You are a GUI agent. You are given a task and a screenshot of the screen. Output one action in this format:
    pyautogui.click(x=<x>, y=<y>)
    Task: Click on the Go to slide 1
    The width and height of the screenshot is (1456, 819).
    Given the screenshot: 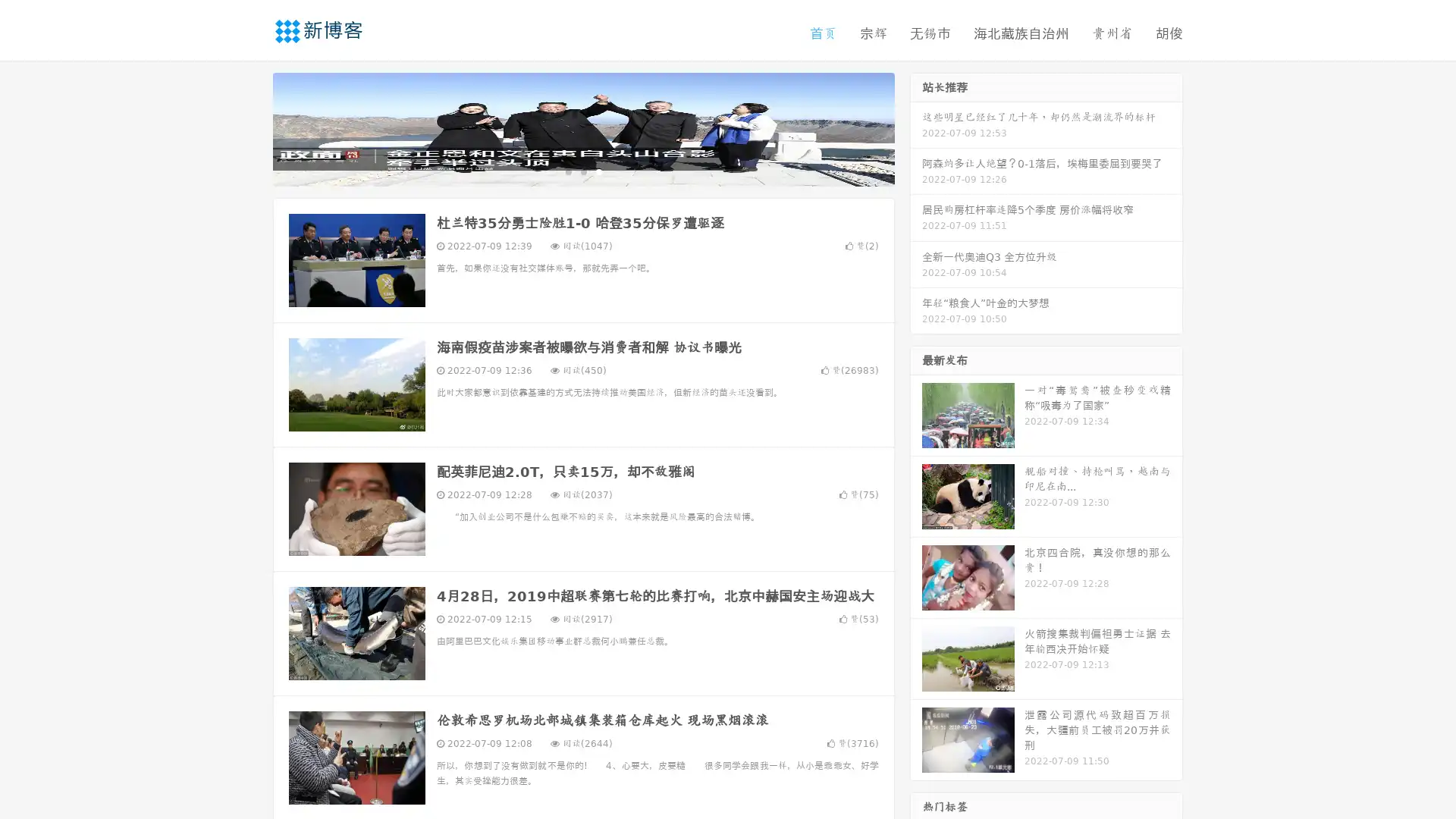 What is the action you would take?
    pyautogui.click(x=567, y=171)
    